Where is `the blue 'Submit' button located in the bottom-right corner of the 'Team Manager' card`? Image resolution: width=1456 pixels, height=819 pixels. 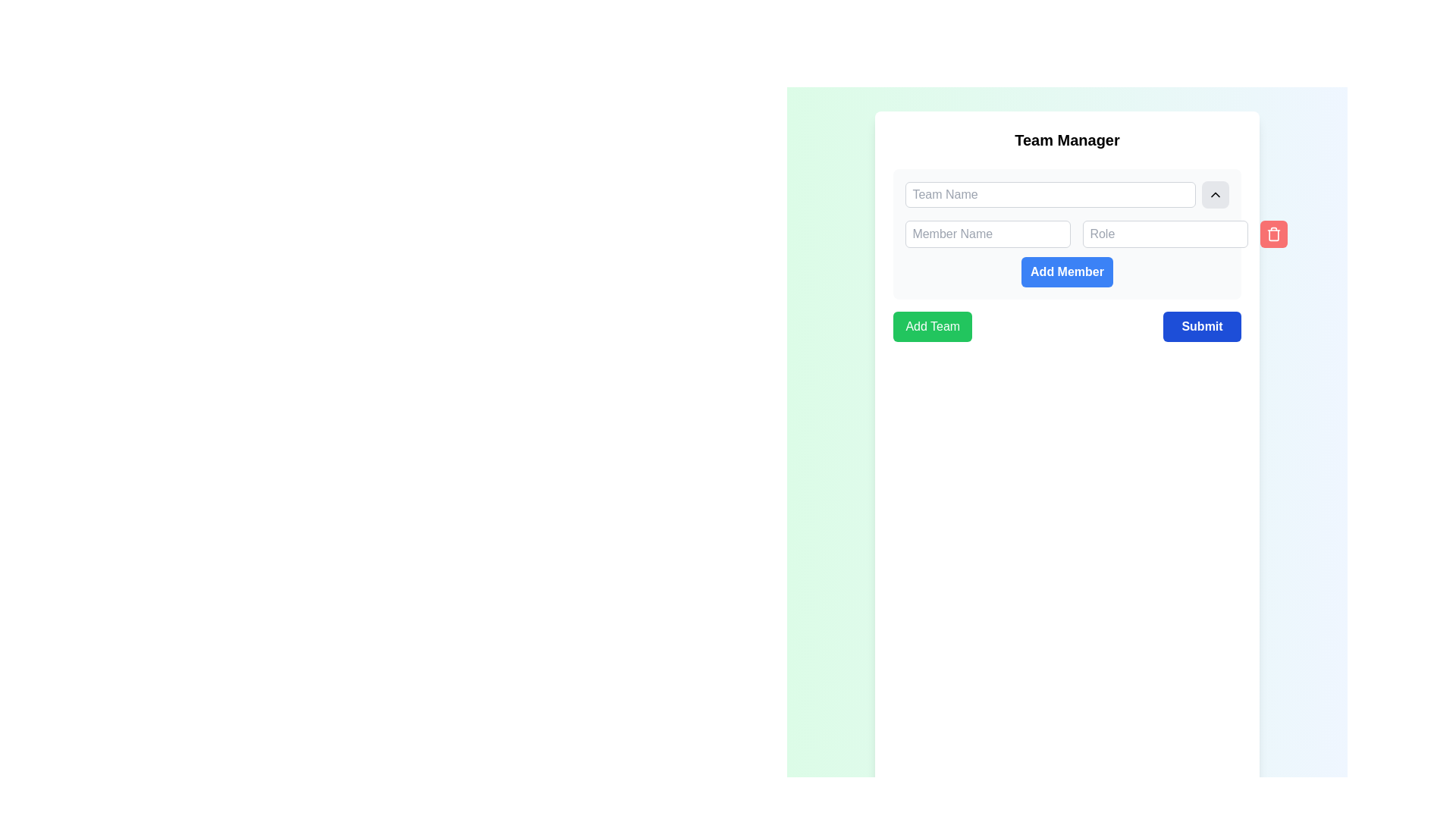 the blue 'Submit' button located in the bottom-right corner of the 'Team Manager' card is located at coordinates (1201, 326).